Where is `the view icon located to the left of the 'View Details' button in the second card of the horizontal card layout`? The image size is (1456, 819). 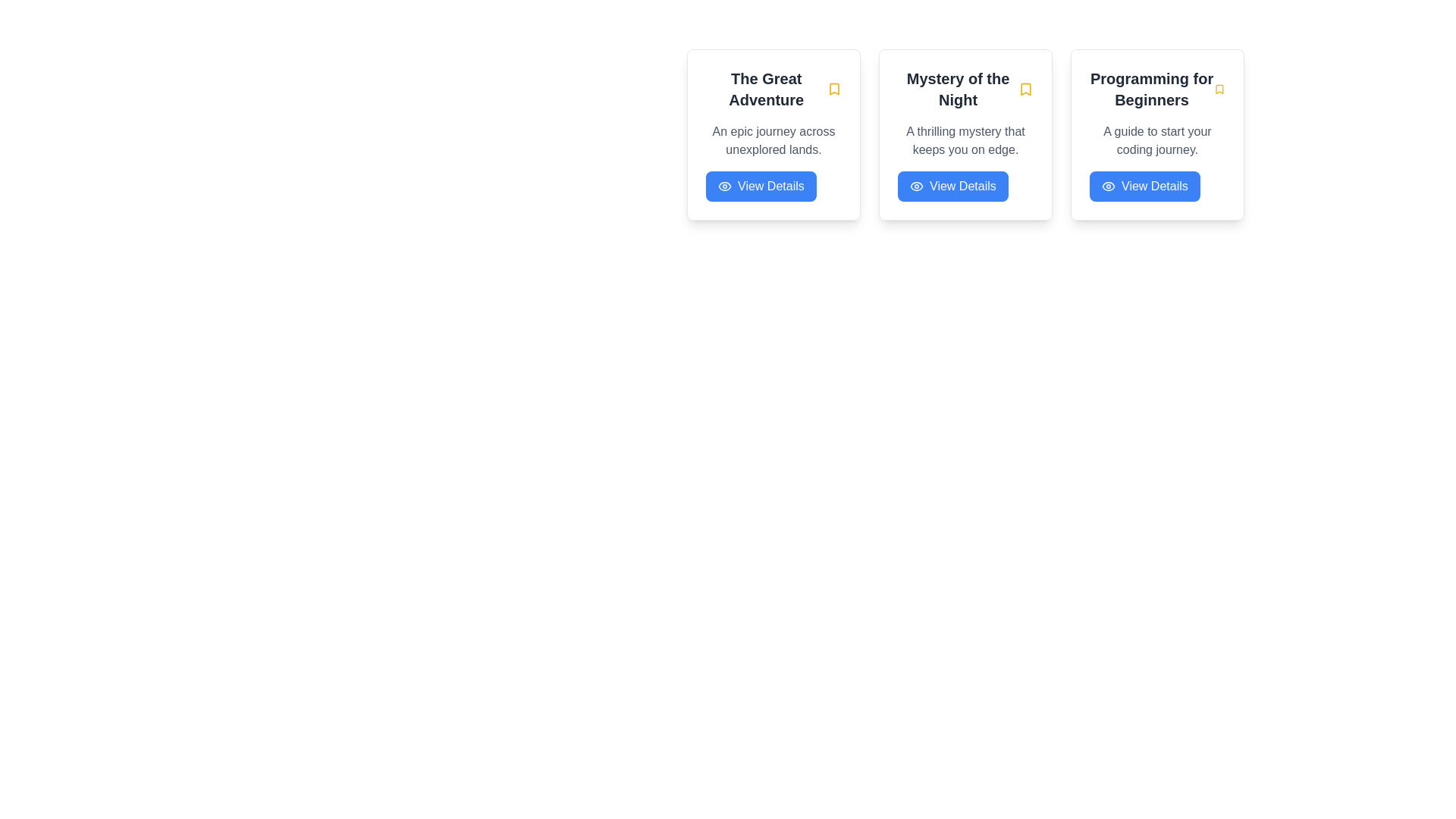 the view icon located to the left of the 'View Details' button in the second card of the horizontal card layout is located at coordinates (916, 186).